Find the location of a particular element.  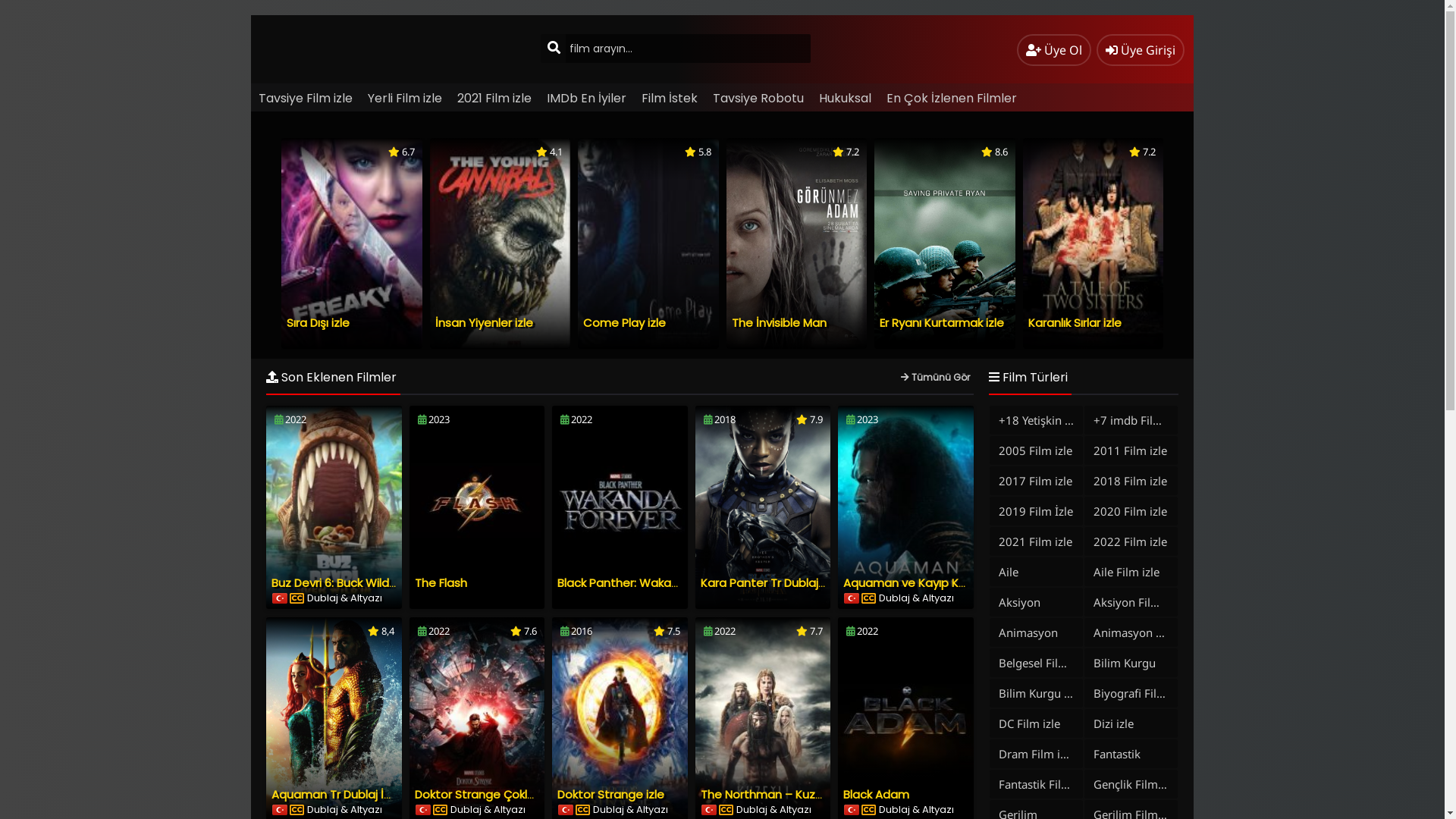

'Come Play izle' is located at coordinates (624, 322).